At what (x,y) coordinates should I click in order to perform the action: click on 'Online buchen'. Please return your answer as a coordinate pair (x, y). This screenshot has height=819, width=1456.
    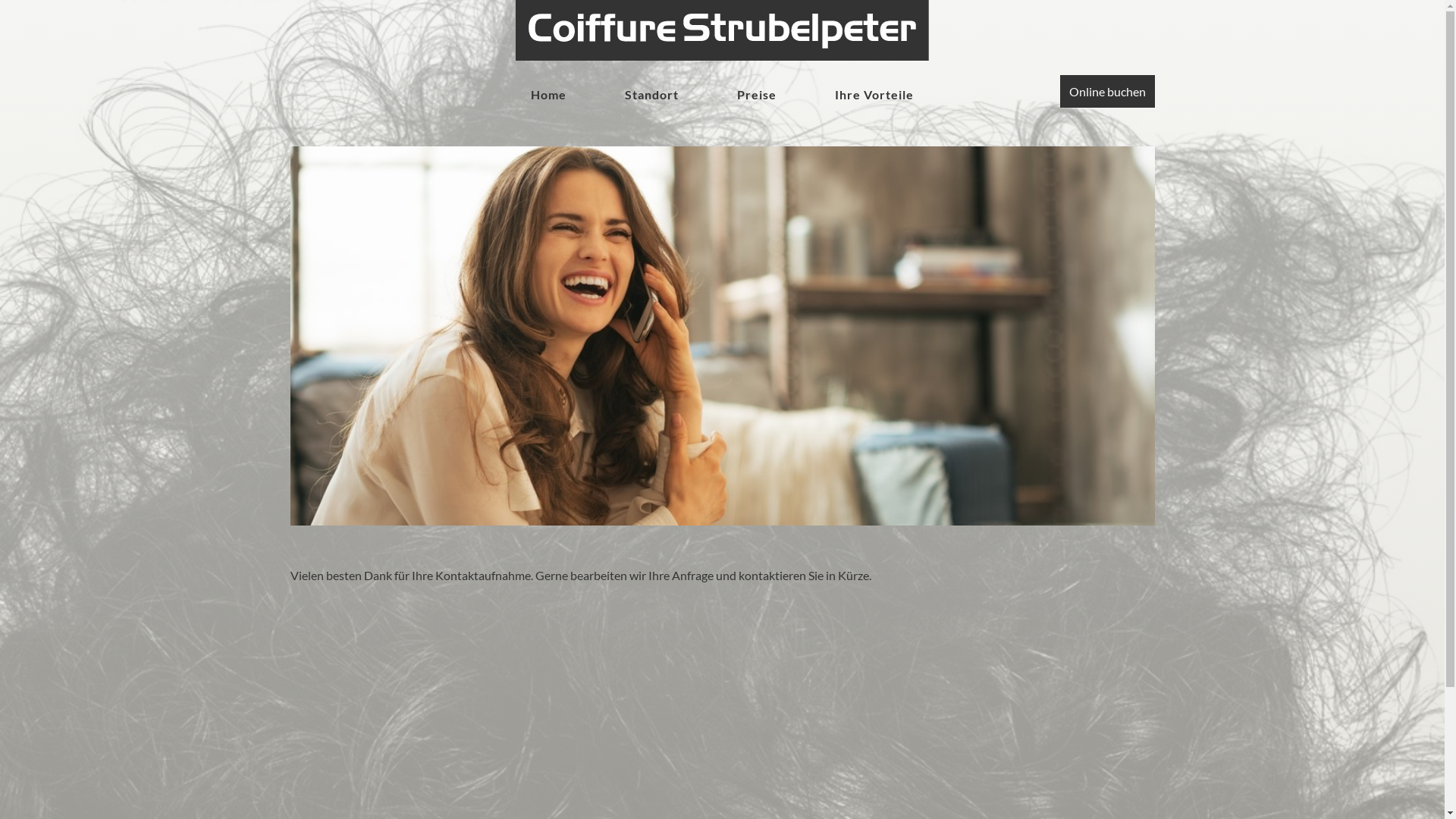
    Looking at the image, I should click on (1107, 91).